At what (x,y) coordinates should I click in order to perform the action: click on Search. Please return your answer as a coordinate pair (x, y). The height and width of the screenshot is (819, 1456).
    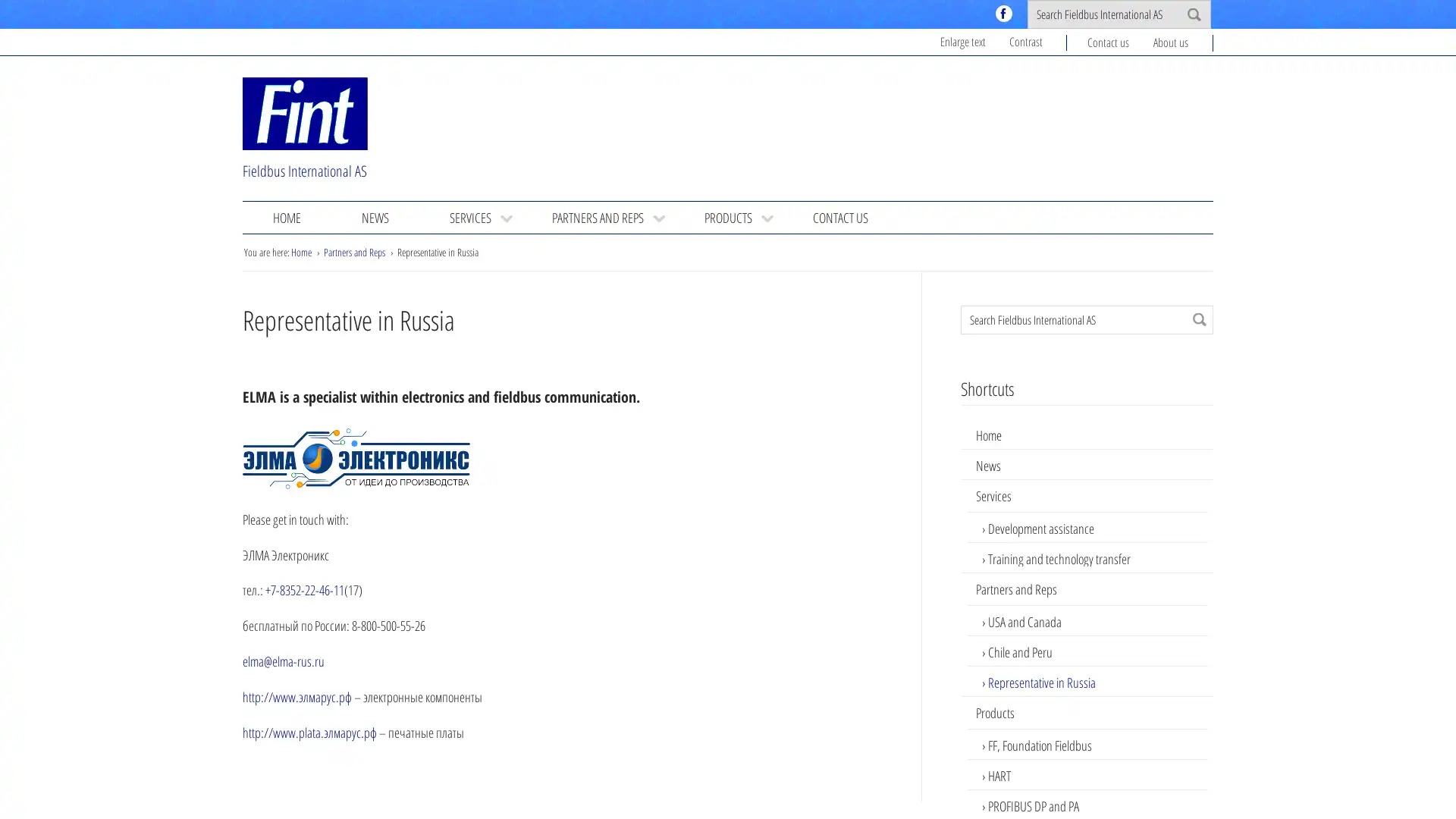
    Looking at the image, I should click on (1199, 318).